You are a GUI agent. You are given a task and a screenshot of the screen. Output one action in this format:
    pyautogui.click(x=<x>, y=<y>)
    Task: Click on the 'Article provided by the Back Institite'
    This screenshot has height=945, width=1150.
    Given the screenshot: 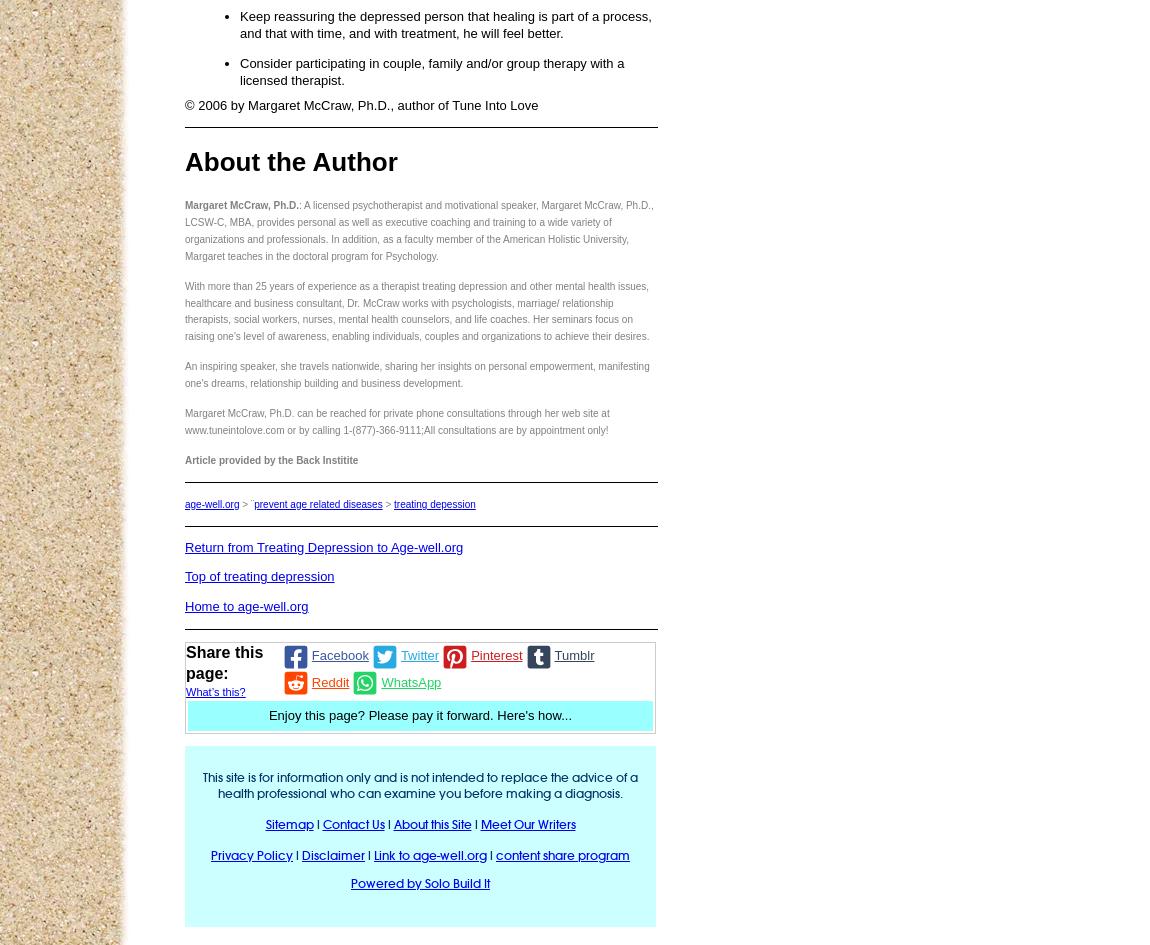 What is the action you would take?
    pyautogui.click(x=270, y=459)
    